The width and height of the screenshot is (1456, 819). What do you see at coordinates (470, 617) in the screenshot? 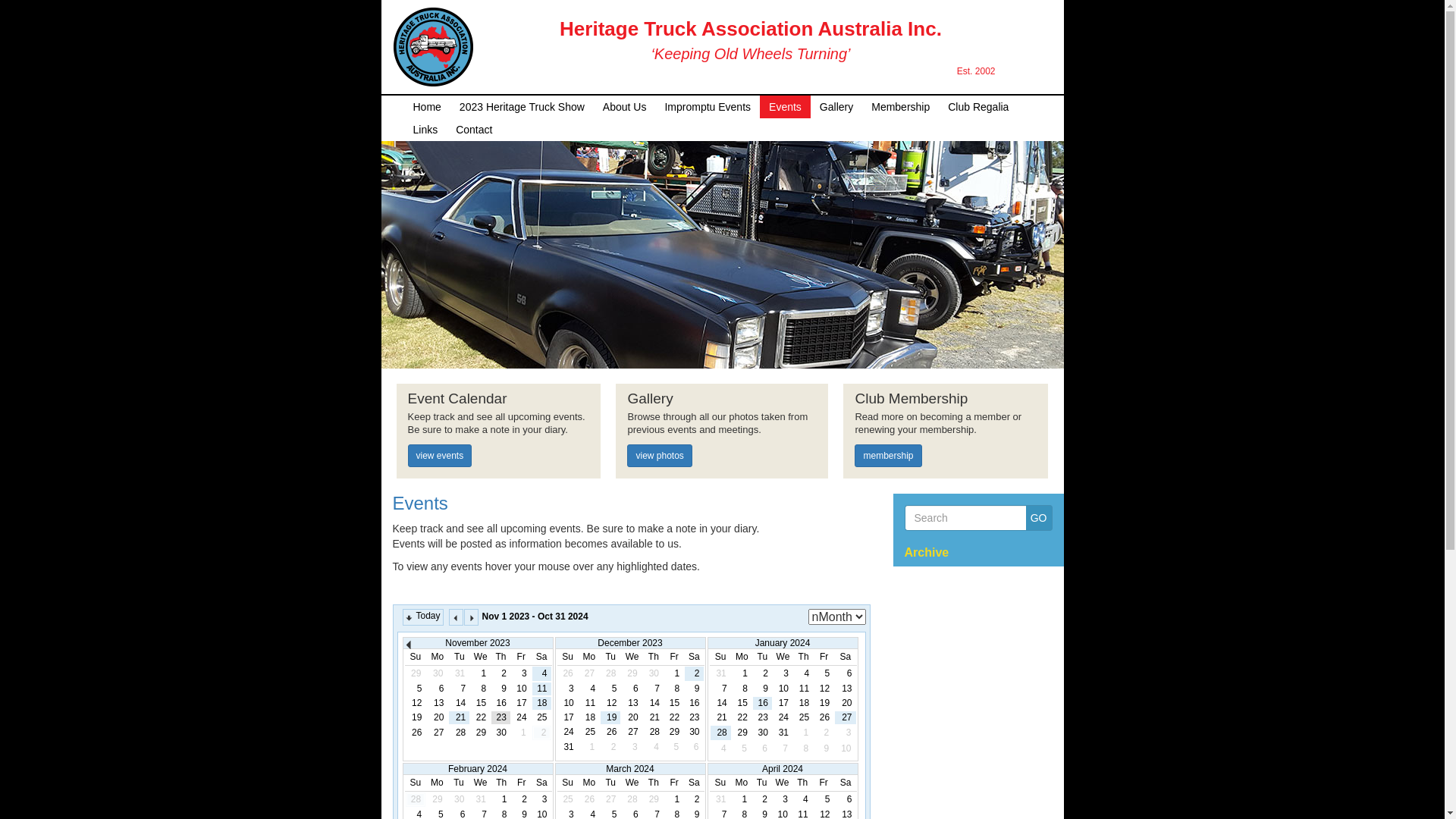
I see `'Next'` at bounding box center [470, 617].